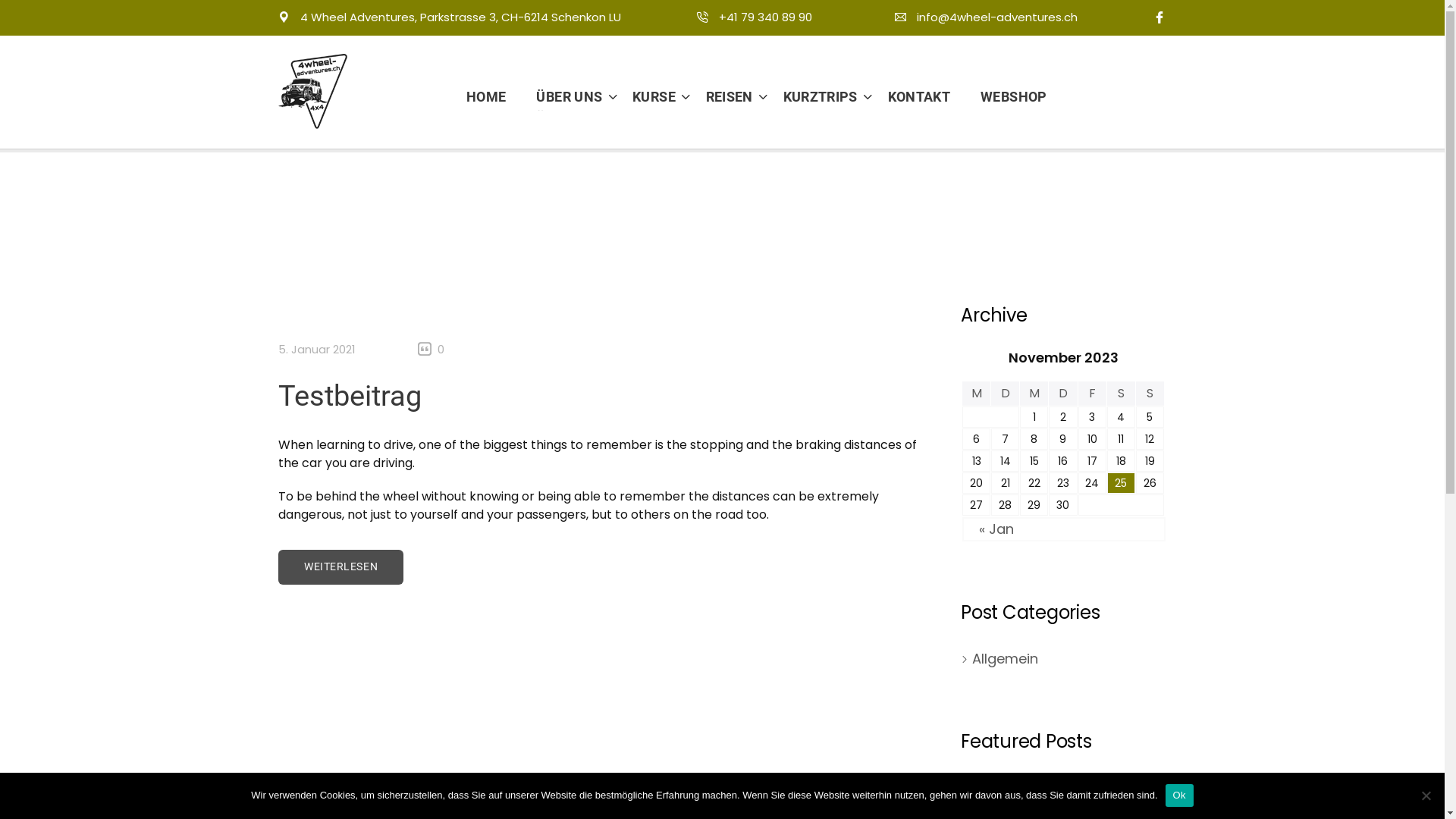  I want to click on 'KURZTRIPS', so click(814, 96).